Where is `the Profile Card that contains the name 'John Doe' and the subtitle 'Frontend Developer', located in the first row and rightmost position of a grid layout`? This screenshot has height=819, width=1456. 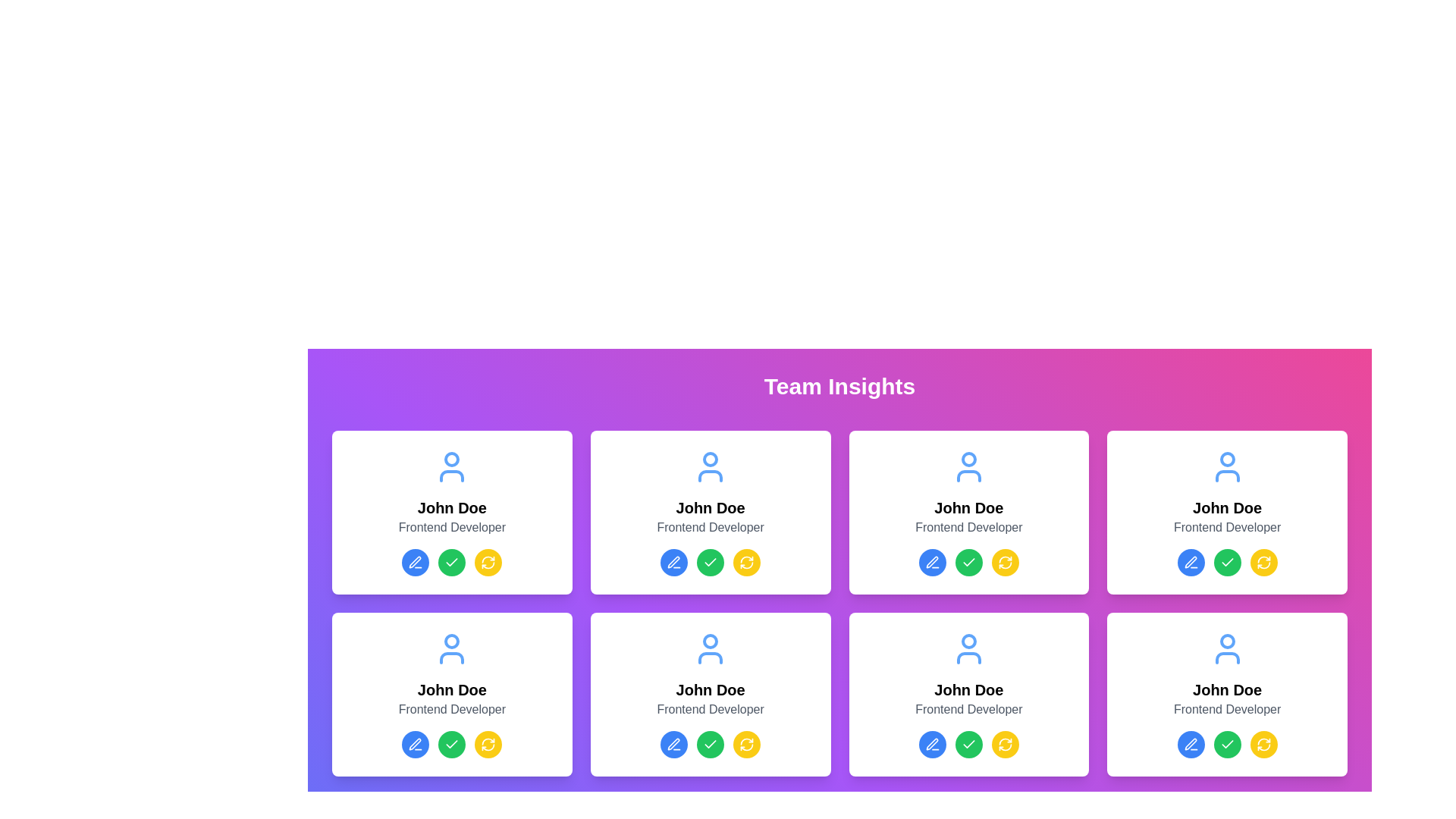
the Profile Card that contains the name 'John Doe' and the subtitle 'Frontend Developer', located in the first row and rightmost position of a grid layout is located at coordinates (1227, 512).